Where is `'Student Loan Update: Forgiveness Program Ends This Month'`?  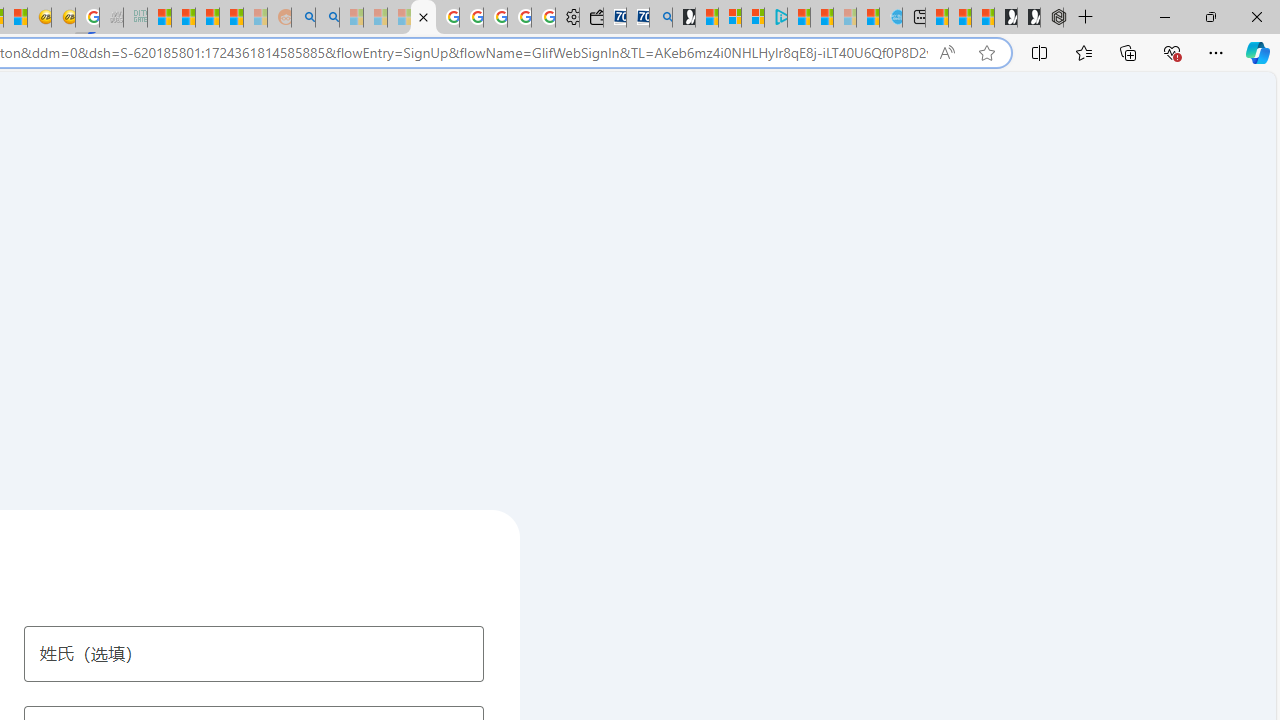
'Student Loan Update: Forgiveness Program Ends This Month' is located at coordinates (231, 17).